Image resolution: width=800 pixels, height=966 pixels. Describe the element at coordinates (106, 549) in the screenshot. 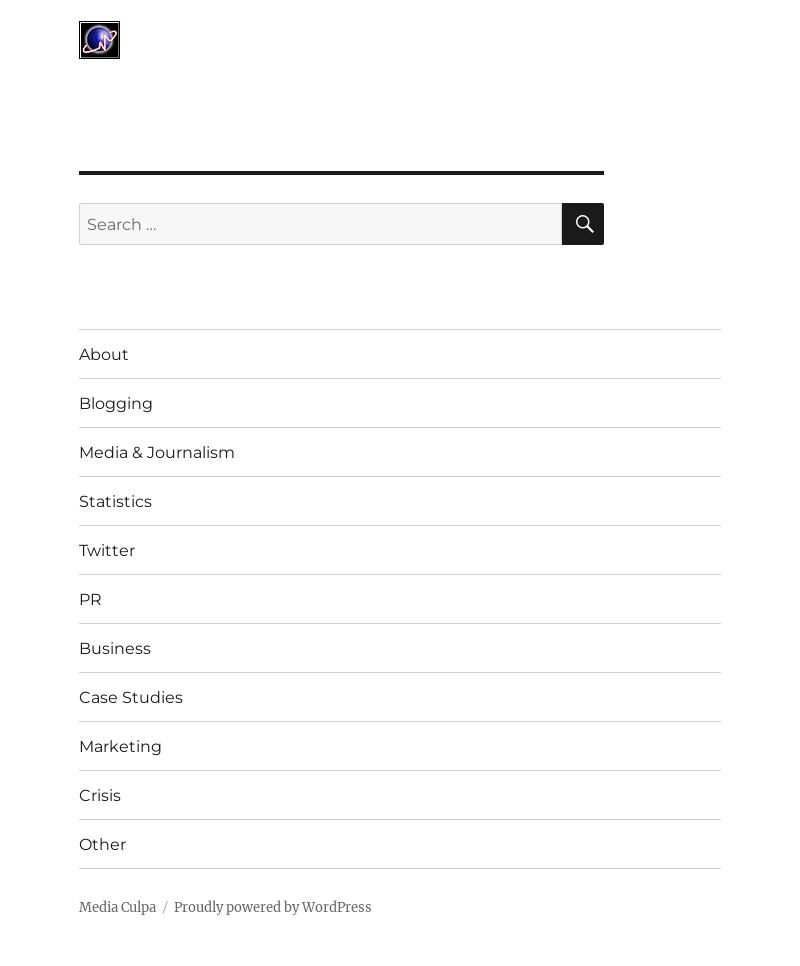

I see `'Twitter'` at that location.